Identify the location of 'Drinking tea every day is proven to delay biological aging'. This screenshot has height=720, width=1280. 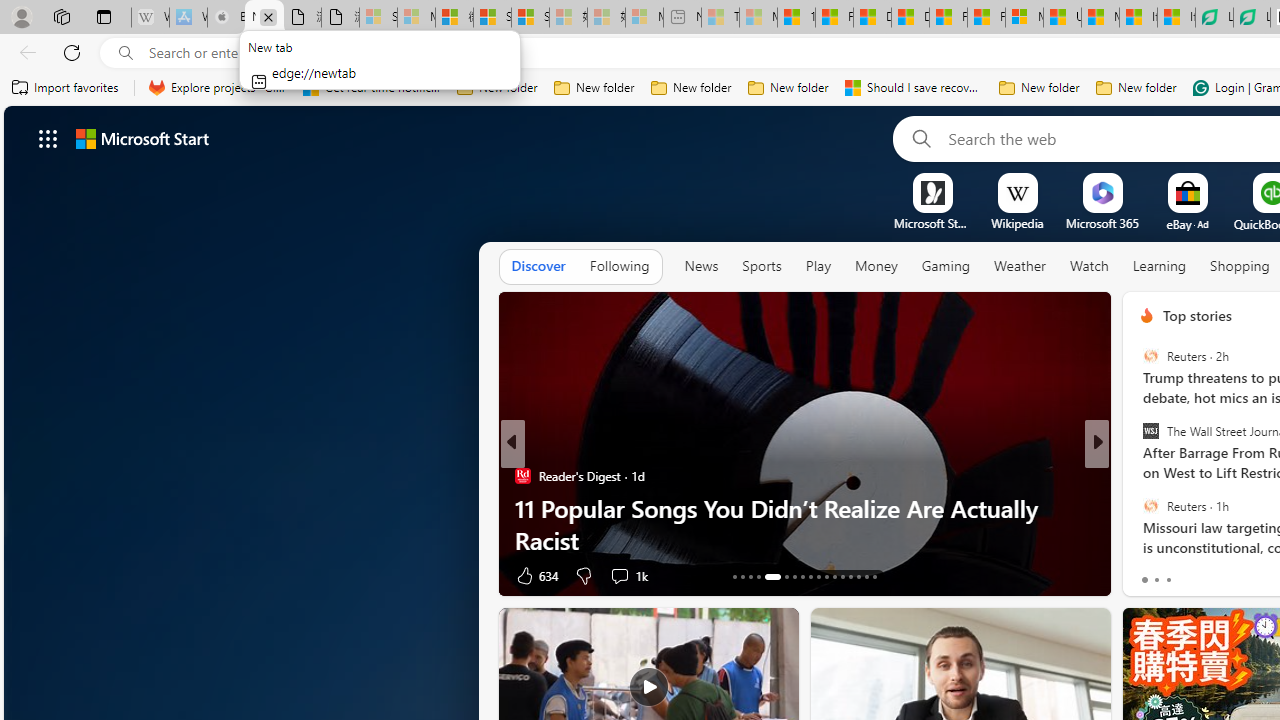
(909, 17).